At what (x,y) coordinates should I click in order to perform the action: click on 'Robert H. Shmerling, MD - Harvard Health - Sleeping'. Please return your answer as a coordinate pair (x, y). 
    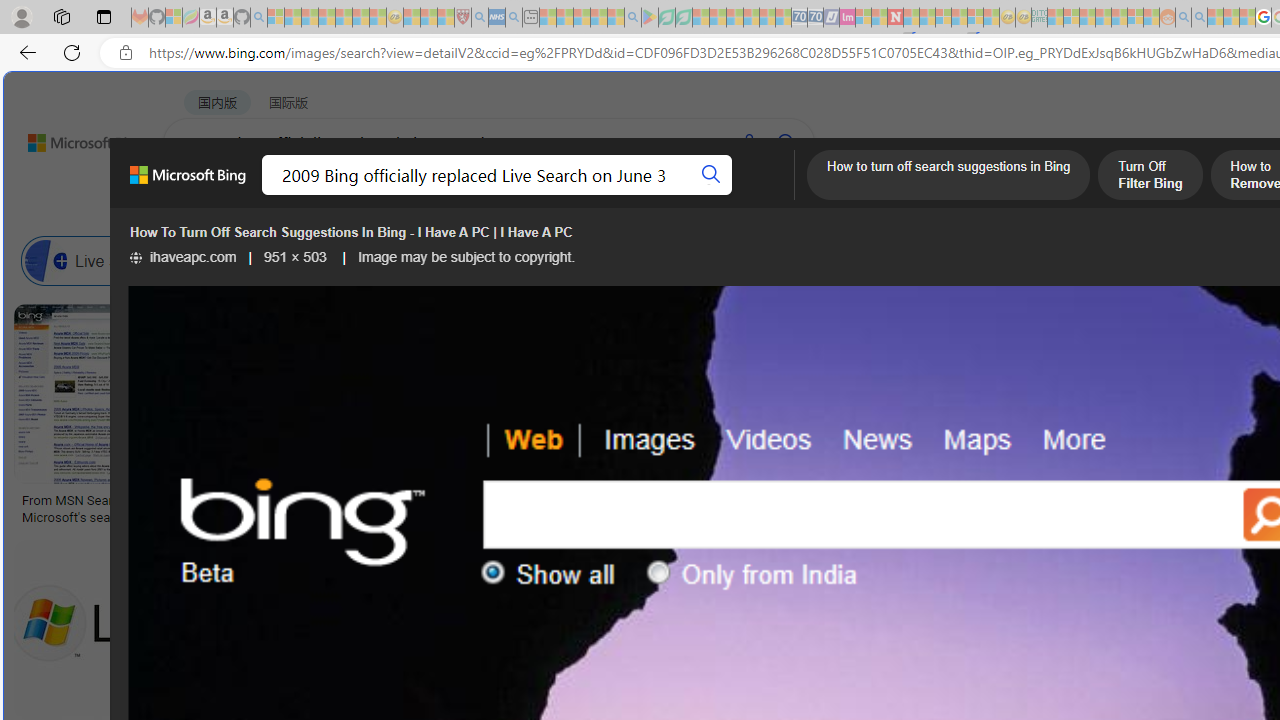
    Looking at the image, I should click on (461, 17).